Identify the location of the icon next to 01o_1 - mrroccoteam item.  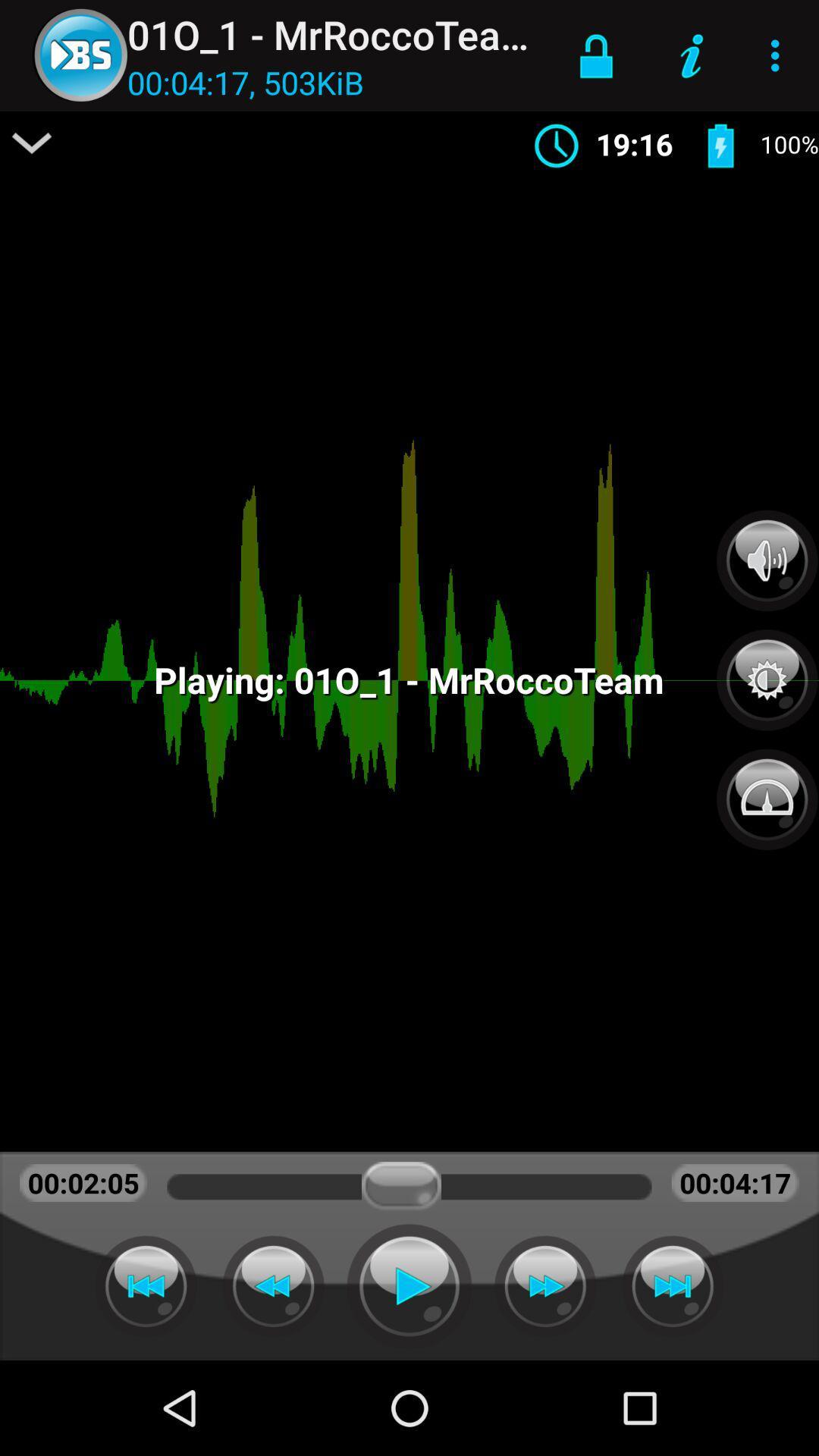
(595, 55).